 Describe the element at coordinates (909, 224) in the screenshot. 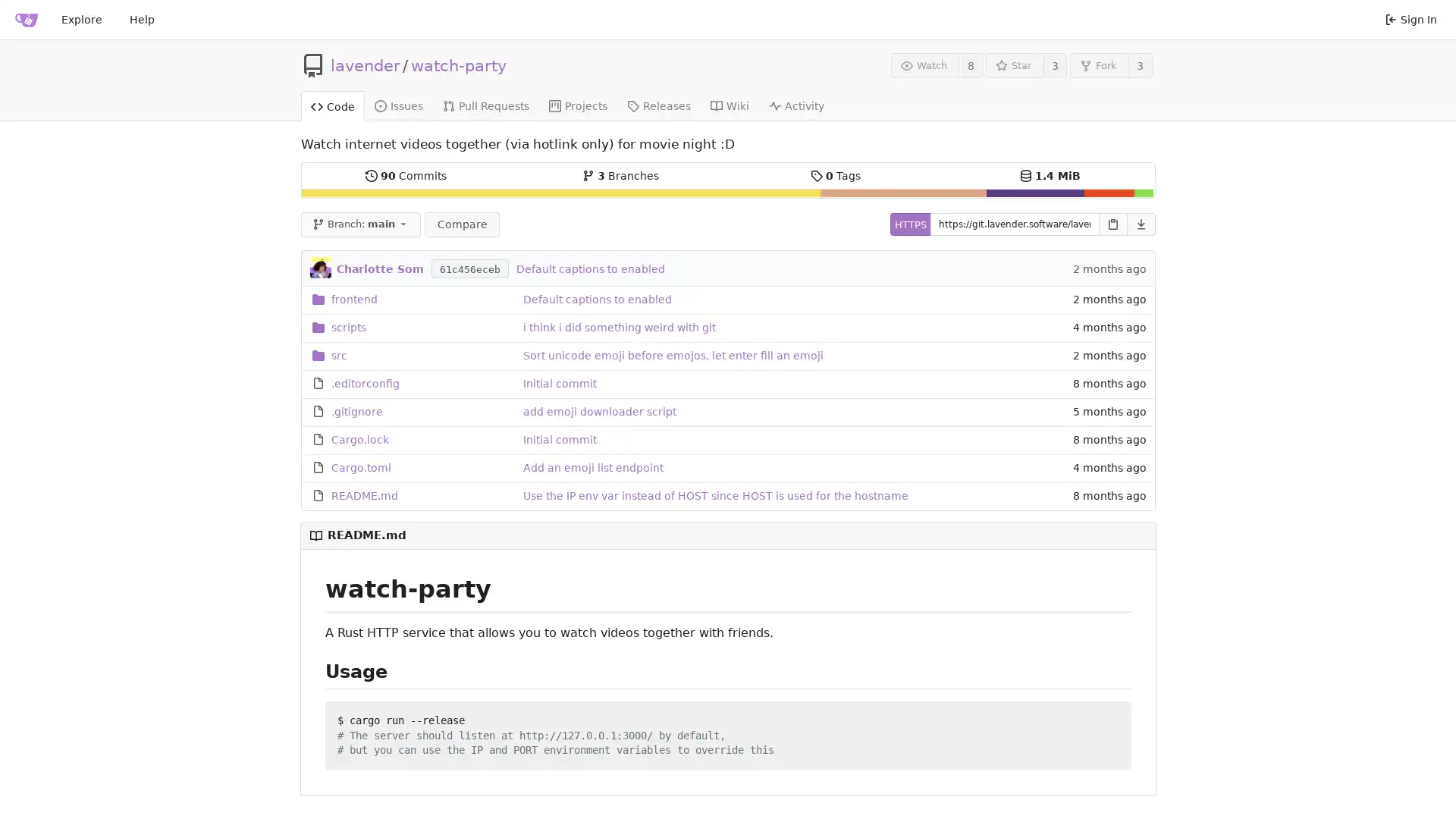

I see `HTTPS` at that location.